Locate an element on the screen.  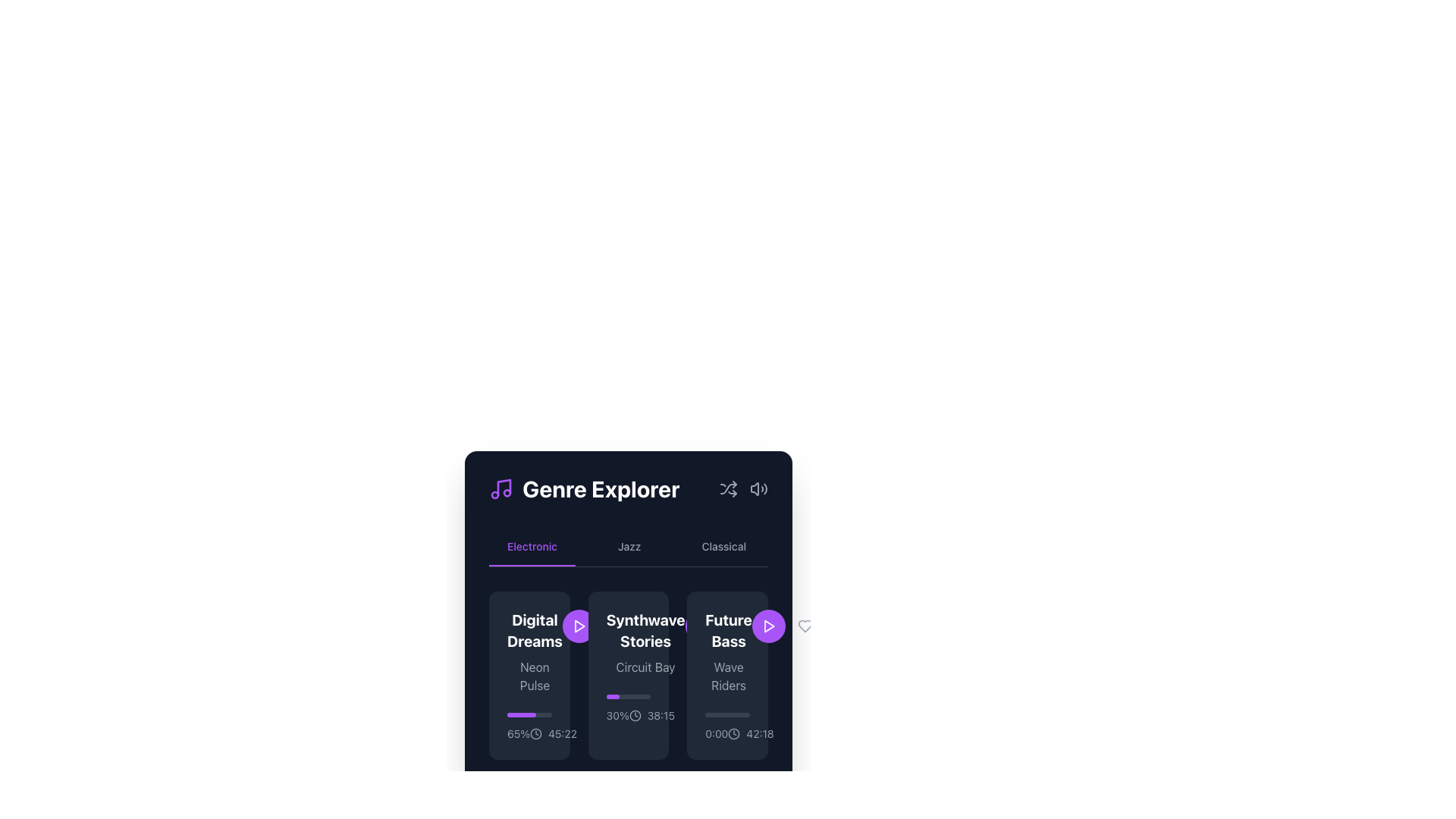
the heart-shaped favorite control icon is located at coordinates (738, 626).